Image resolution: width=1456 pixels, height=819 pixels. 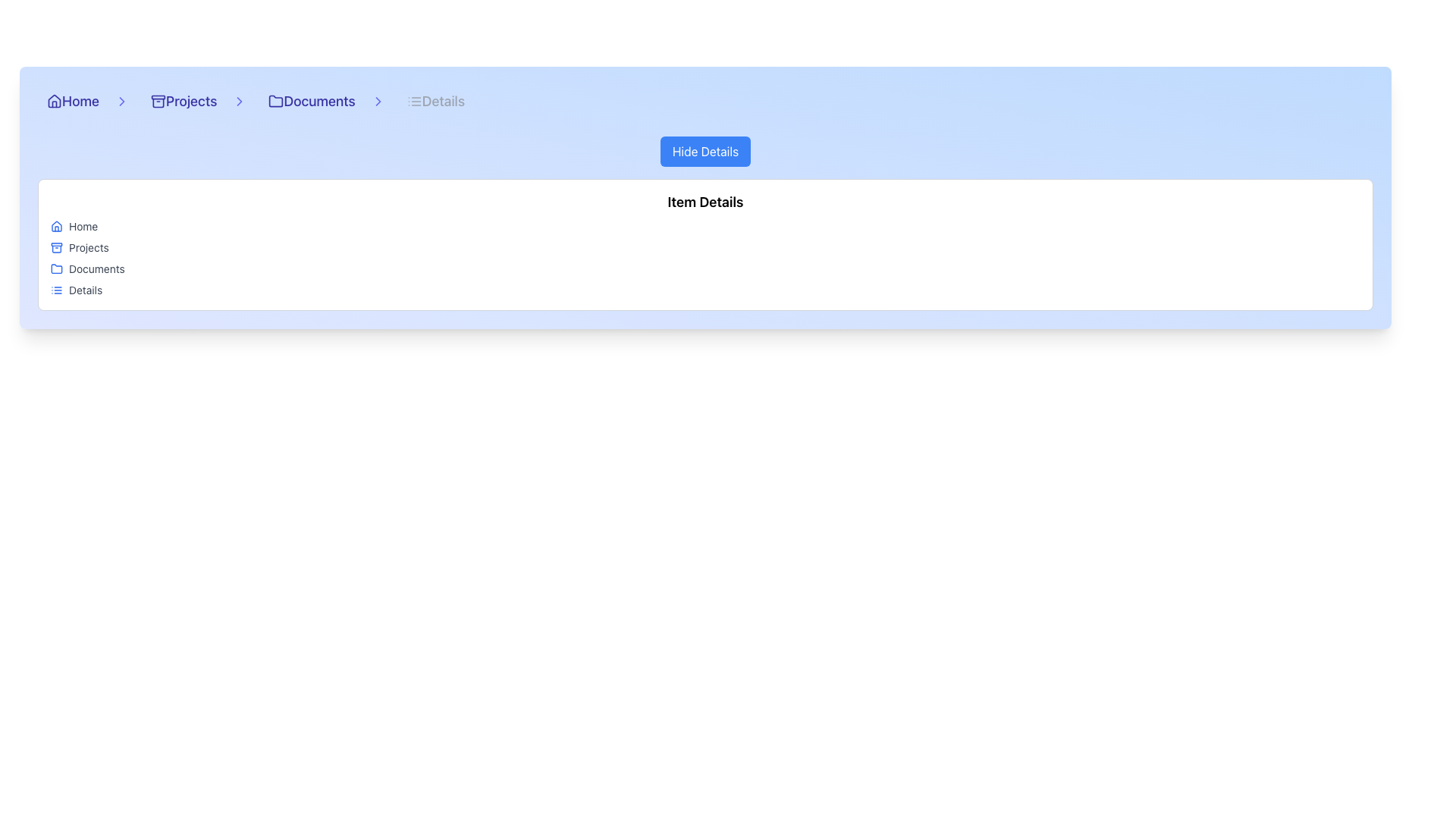 What do you see at coordinates (183, 102) in the screenshot?
I see `the 'Projects' text label in the breadcrumb navigation bar` at bounding box center [183, 102].